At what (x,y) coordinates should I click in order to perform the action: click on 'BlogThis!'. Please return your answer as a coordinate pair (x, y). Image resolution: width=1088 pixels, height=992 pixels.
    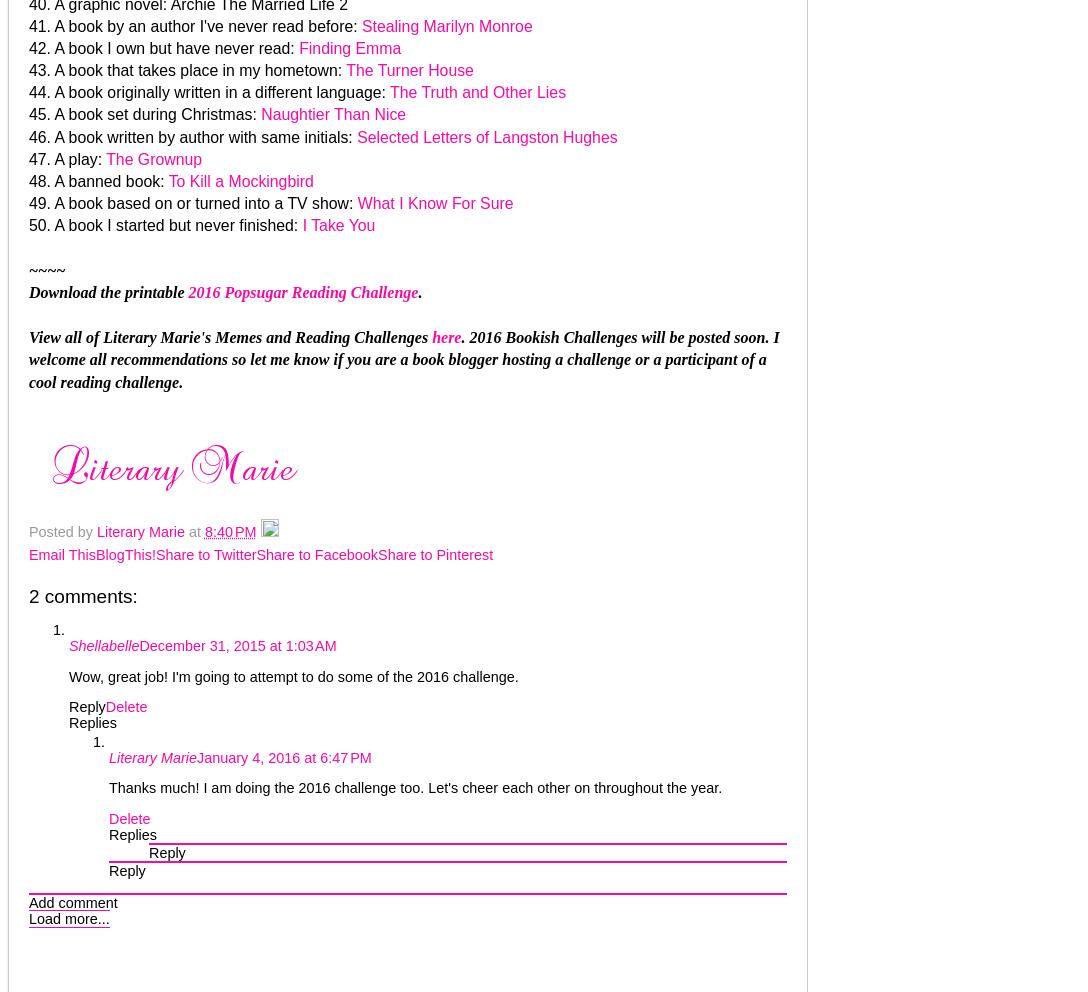
    Looking at the image, I should click on (125, 554).